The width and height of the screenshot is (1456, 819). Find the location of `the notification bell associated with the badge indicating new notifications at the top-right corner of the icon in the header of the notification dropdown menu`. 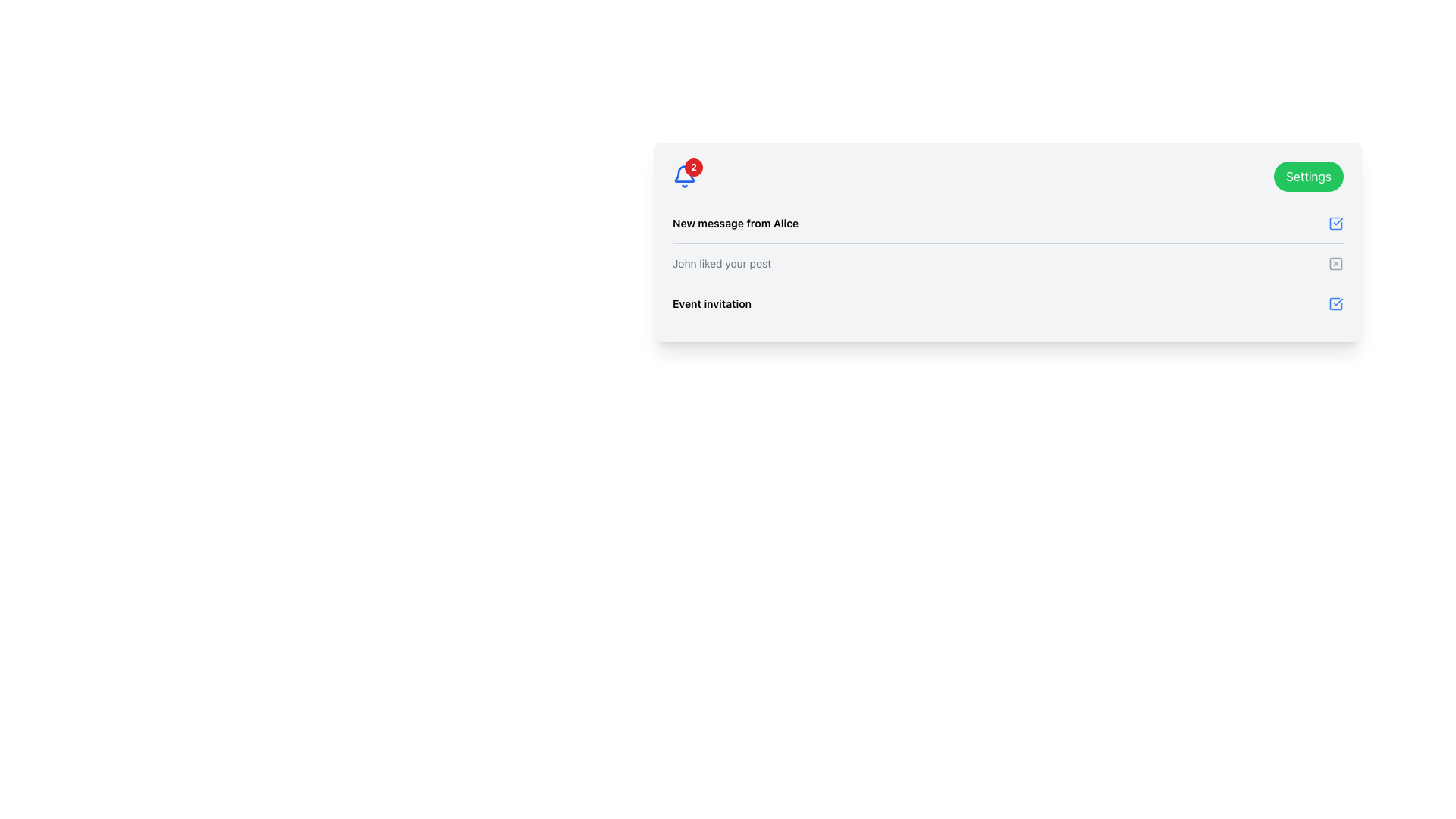

the notification bell associated with the badge indicating new notifications at the top-right corner of the icon in the header of the notification dropdown menu is located at coordinates (693, 167).